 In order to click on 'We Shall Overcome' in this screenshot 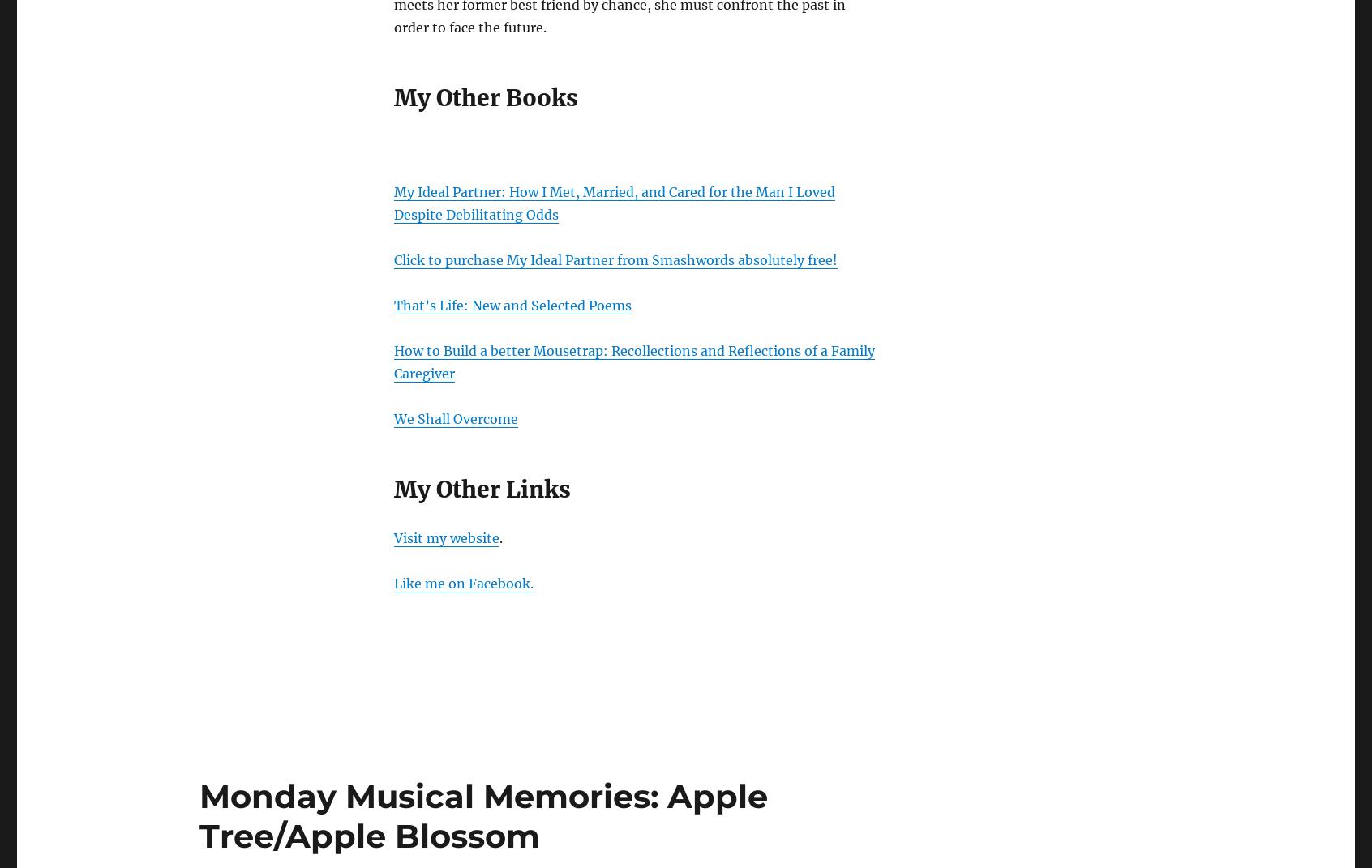, I will do `click(456, 417)`.